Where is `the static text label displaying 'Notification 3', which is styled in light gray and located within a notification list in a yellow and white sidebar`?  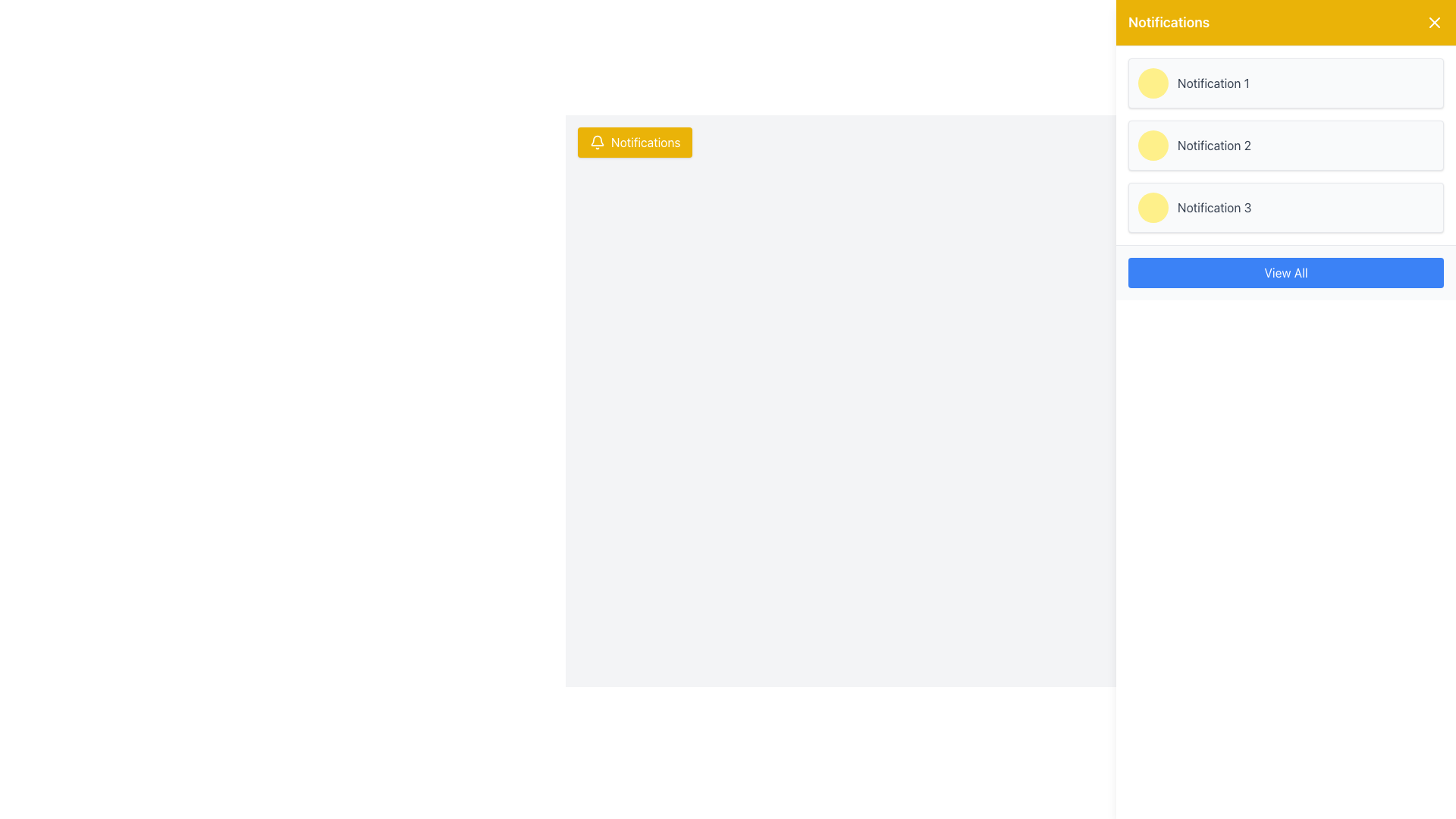 the static text label displaying 'Notification 3', which is styled in light gray and located within a notification list in a yellow and white sidebar is located at coordinates (1214, 207).